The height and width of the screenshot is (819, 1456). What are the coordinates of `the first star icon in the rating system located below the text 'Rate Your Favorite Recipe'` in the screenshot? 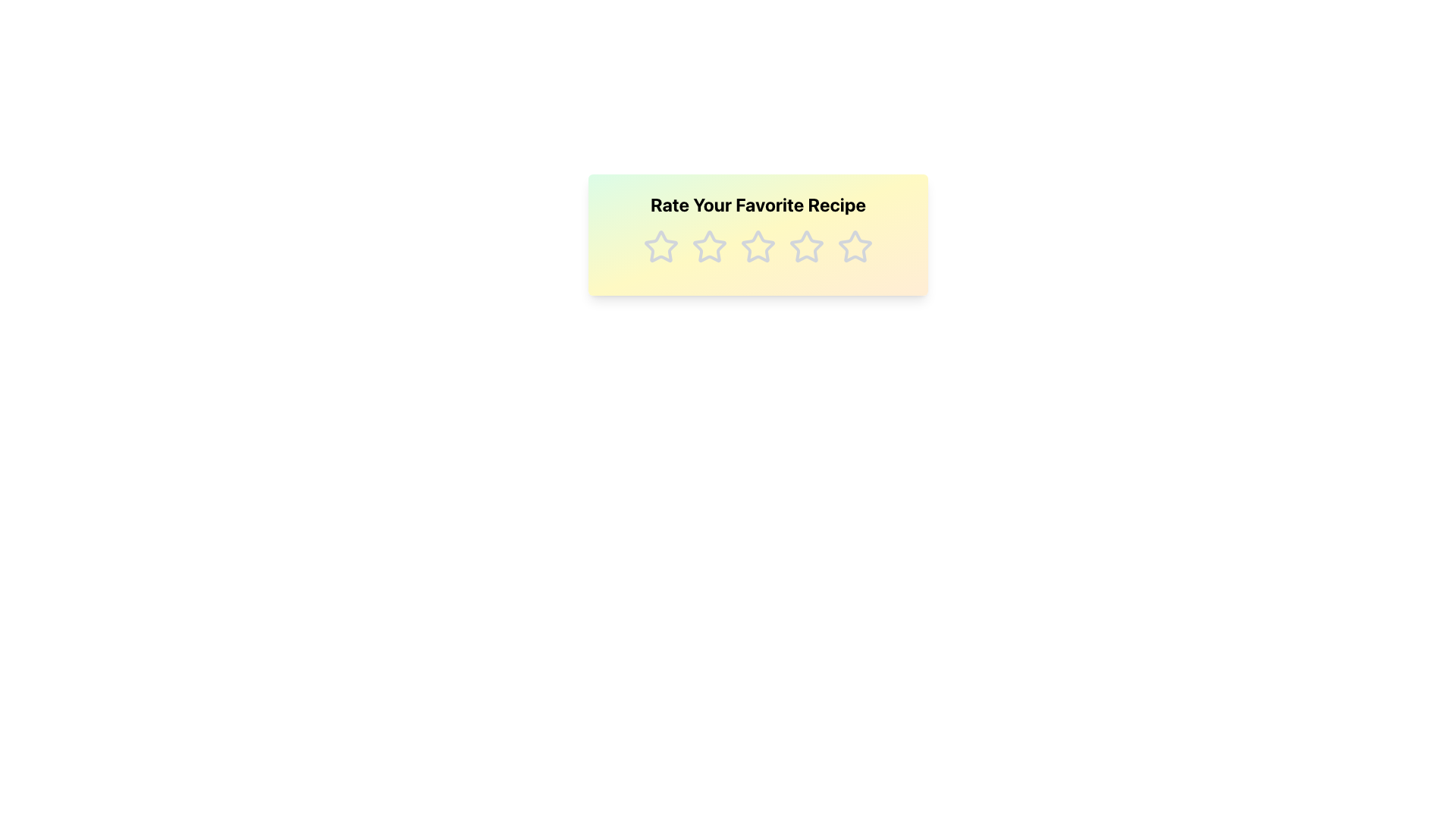 It's located at (661, 246).